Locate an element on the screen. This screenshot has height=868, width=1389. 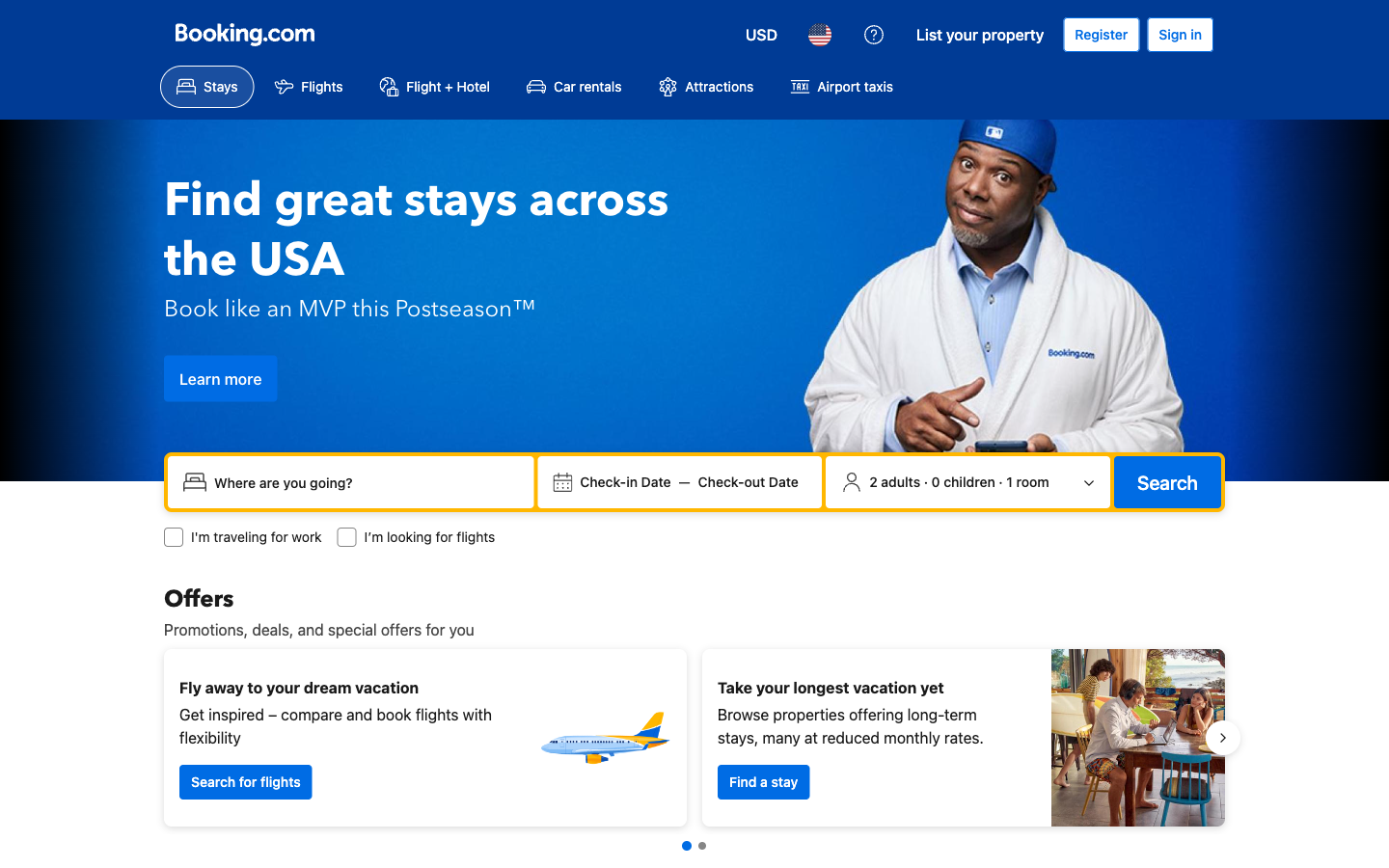
a search for properties by clicking the bottom button is located at coordinates (763, 781).